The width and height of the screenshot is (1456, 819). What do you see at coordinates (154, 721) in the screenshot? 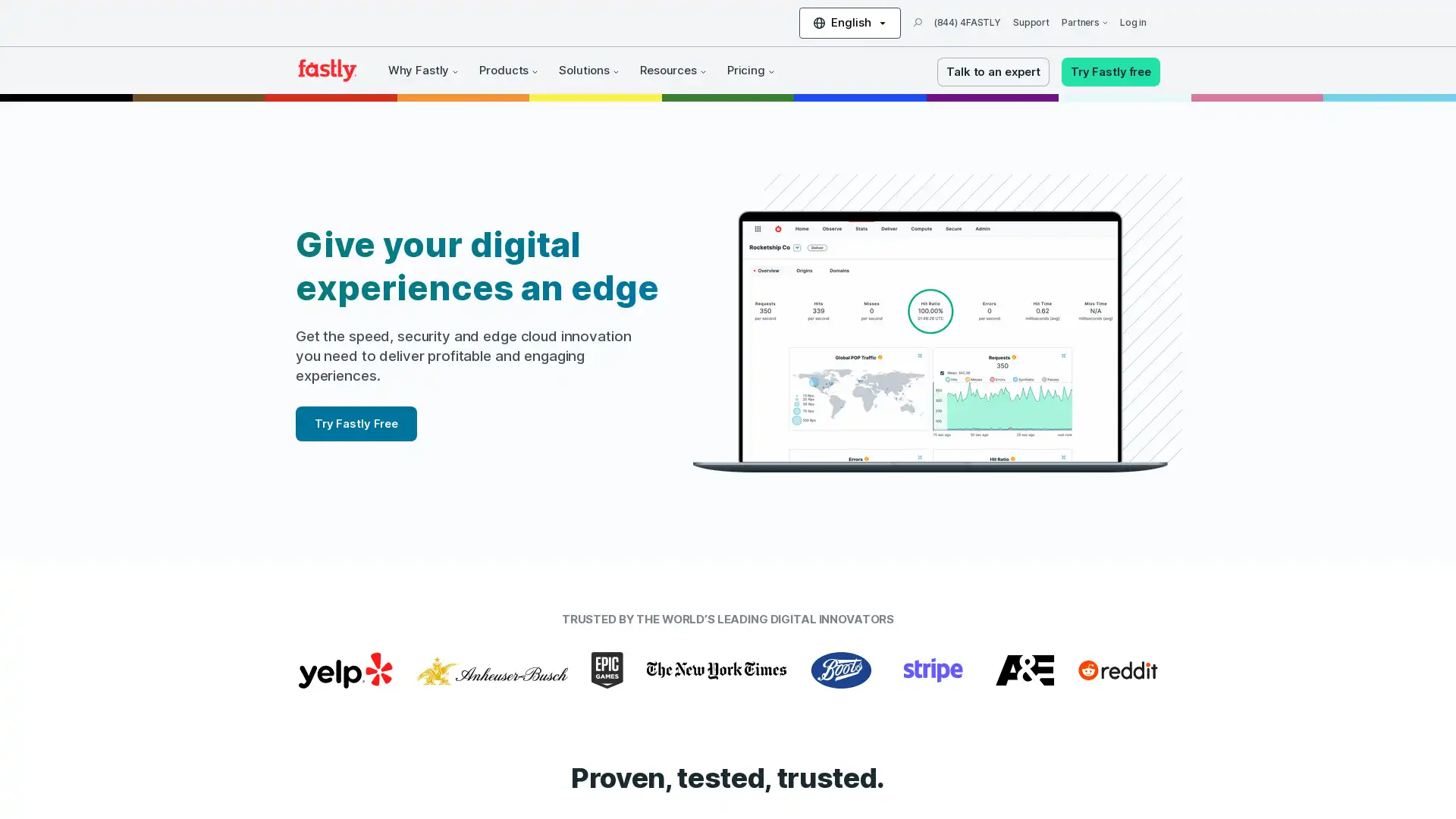
I see `Yes` at bounding box center [154, 721].